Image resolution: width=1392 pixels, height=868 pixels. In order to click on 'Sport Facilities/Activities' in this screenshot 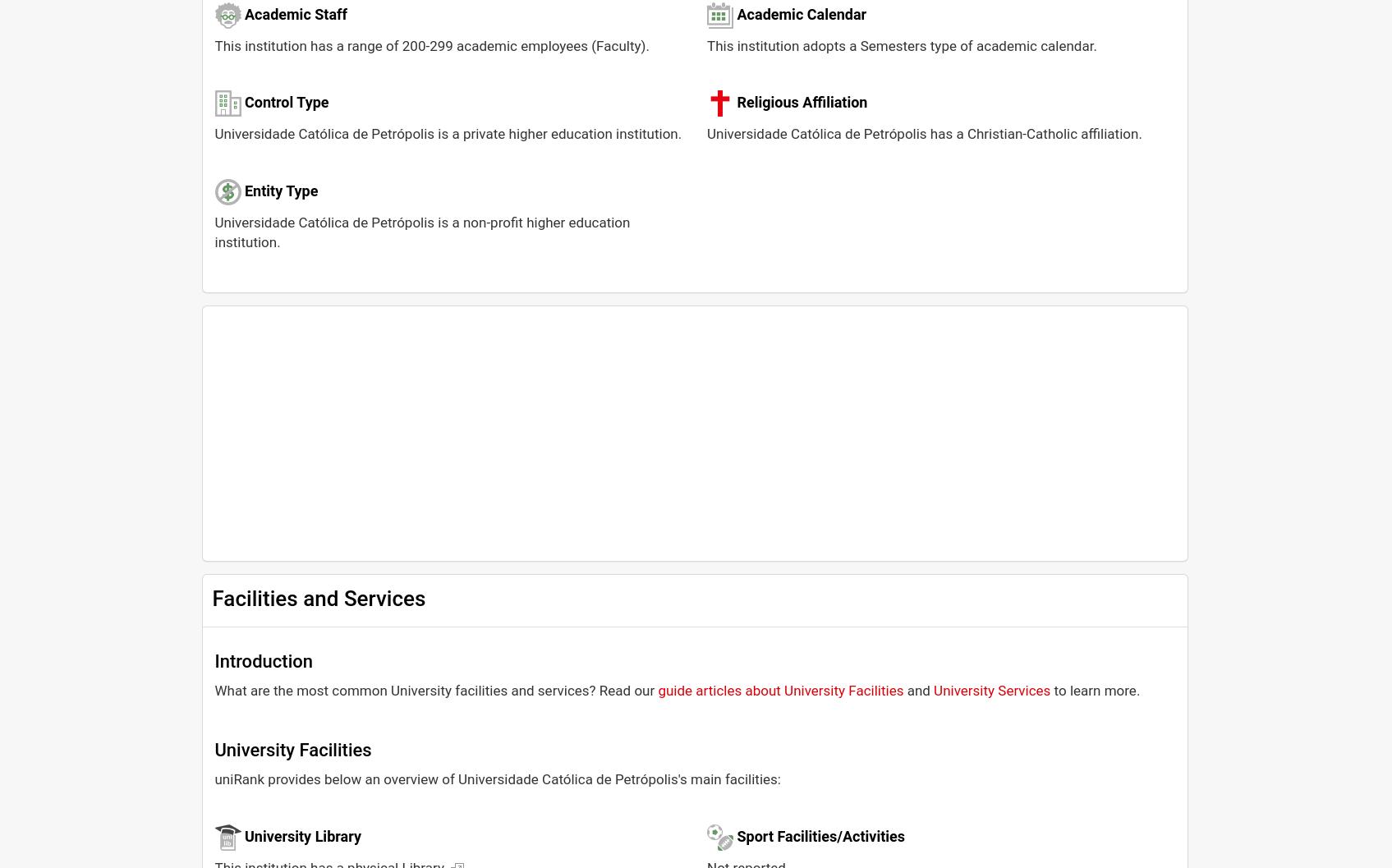, I will do `click(735, 834)`.